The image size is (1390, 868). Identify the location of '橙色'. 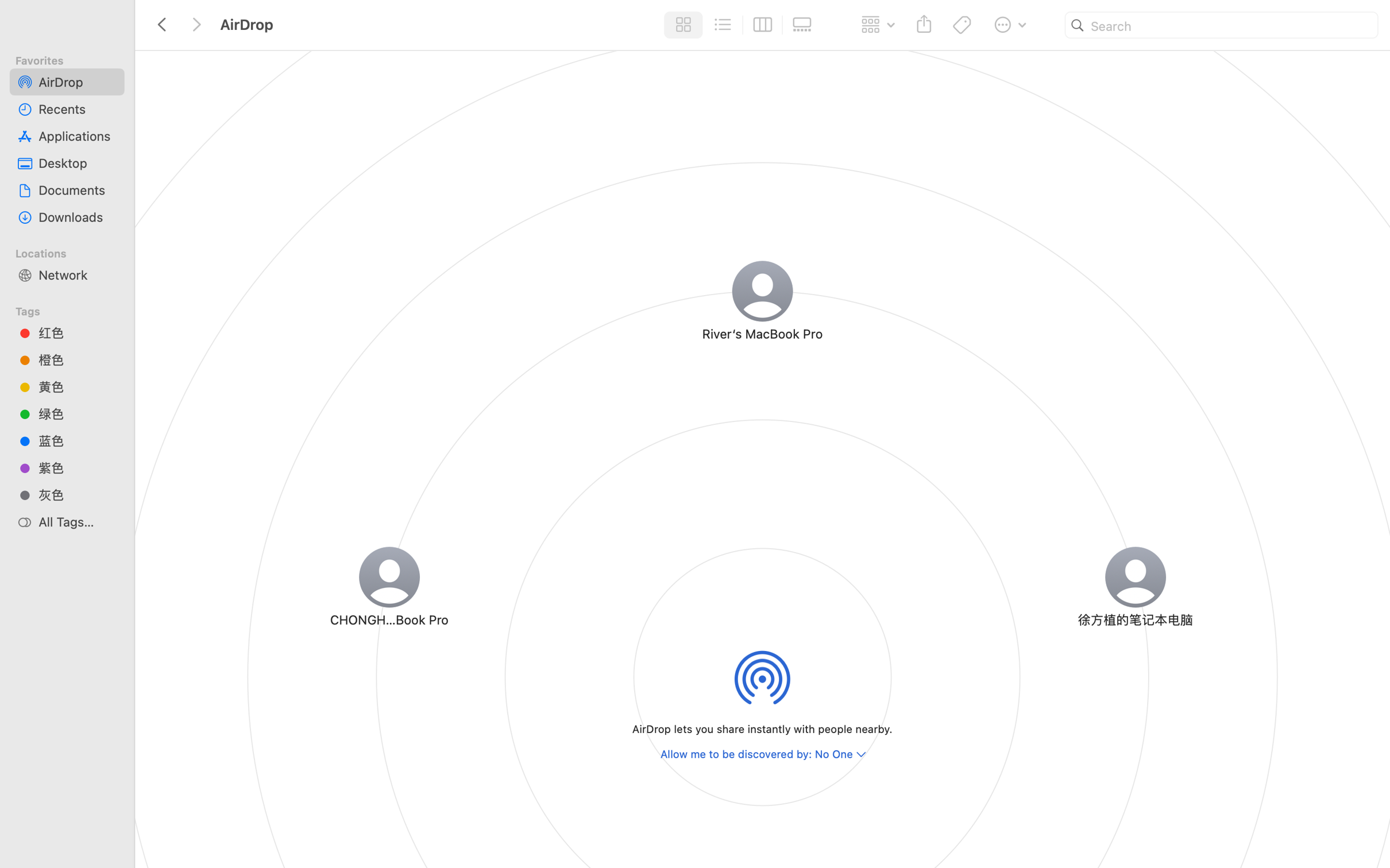
(77, 359).